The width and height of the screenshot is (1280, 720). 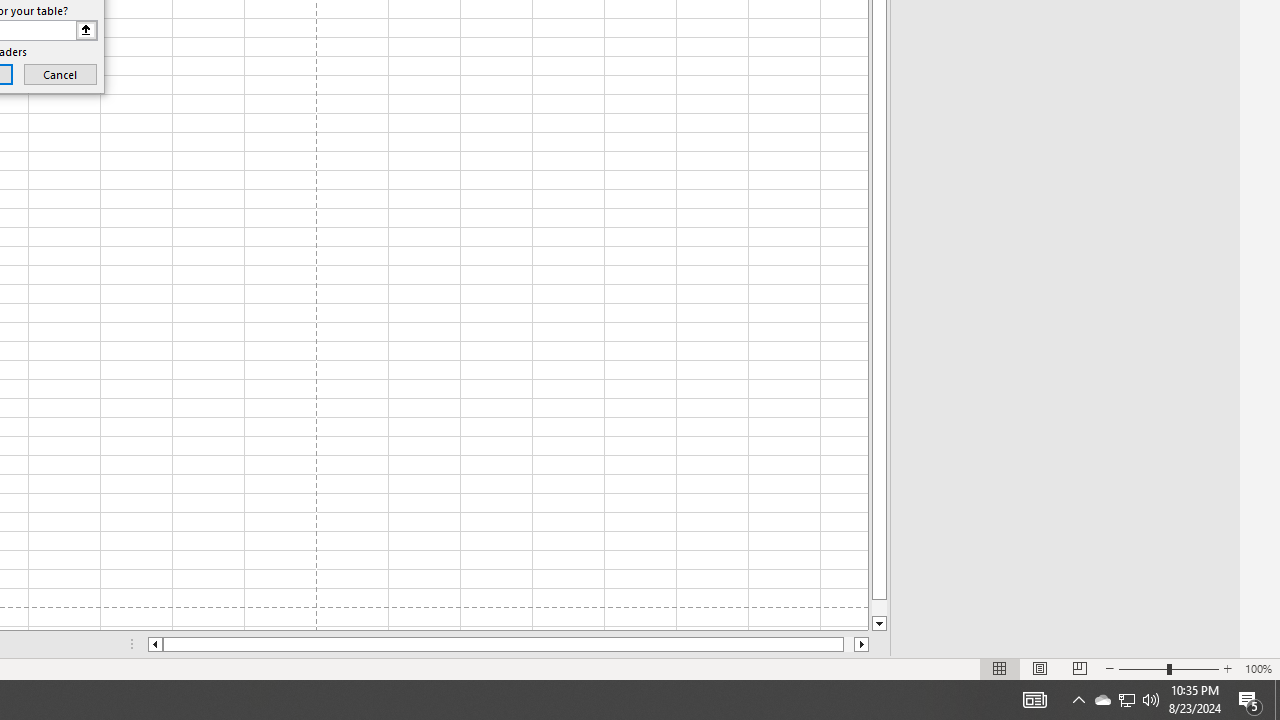 What do you see at coordinates (879, 607) in the screenshot?
I see `'Page down'` at bounding box center [879, 607].